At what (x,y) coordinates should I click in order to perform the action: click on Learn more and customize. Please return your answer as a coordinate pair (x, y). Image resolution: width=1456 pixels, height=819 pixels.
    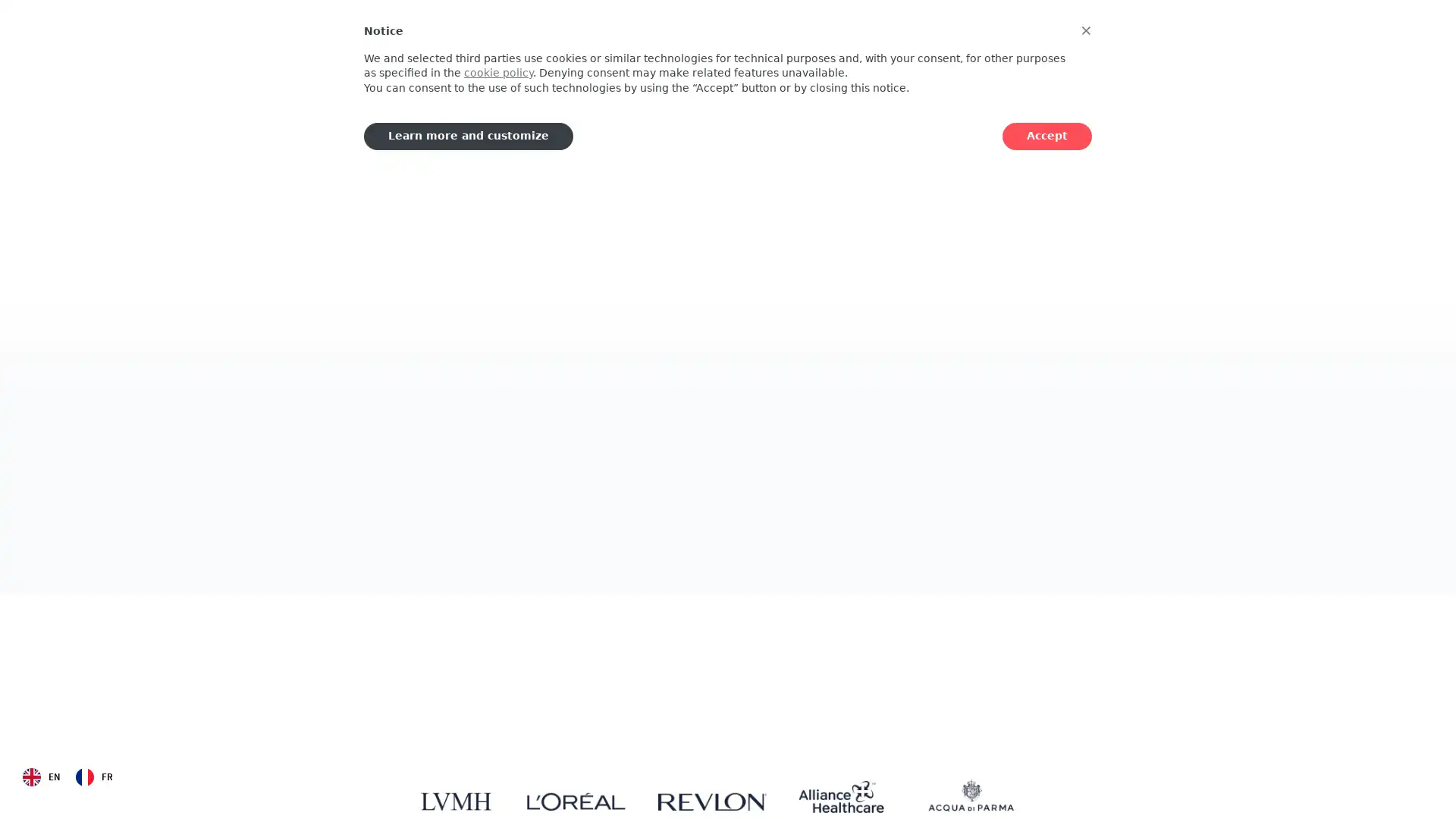
    Looking at the image, I should click on (468, 135).